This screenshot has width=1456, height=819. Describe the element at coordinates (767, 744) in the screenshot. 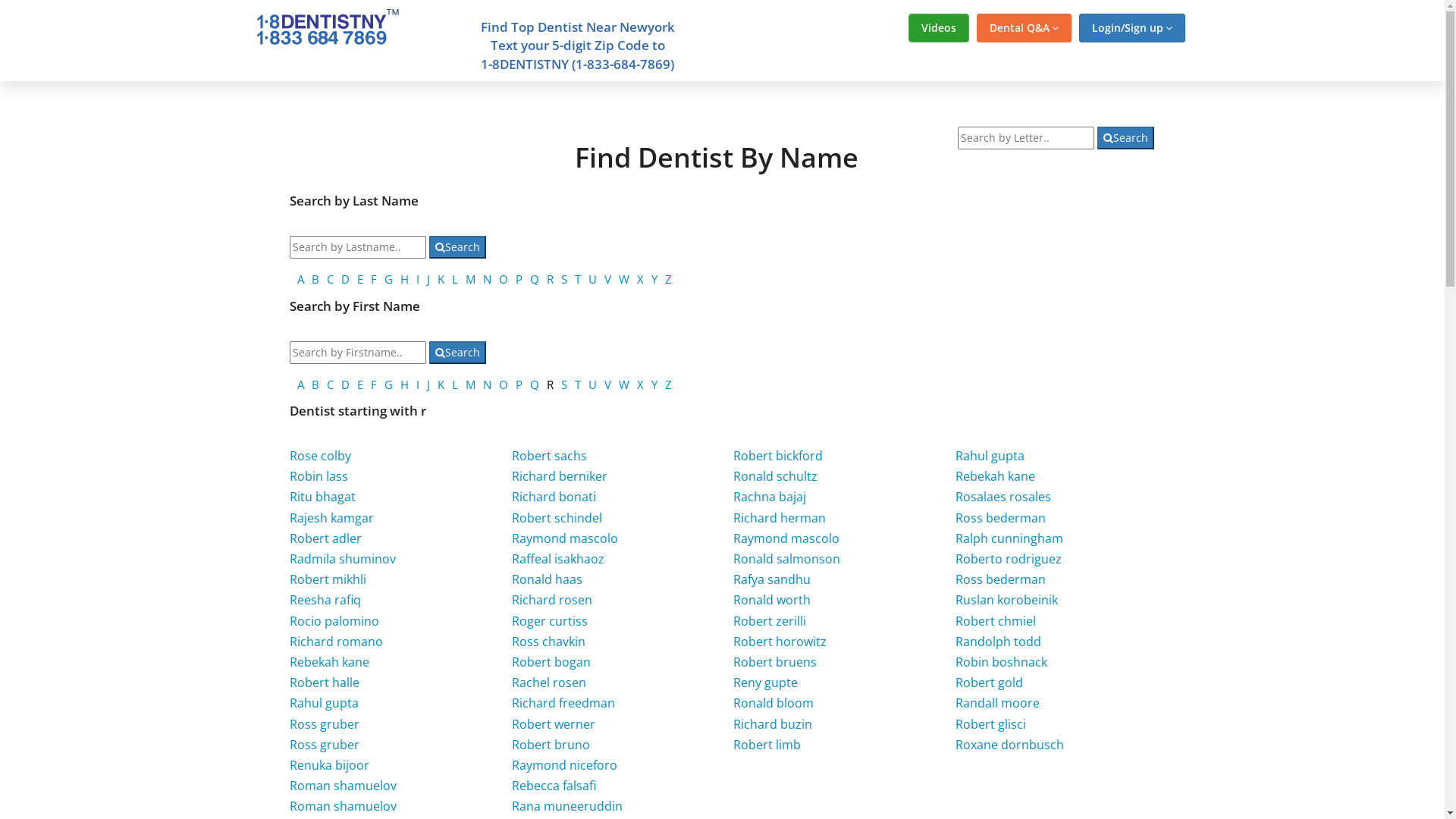

I see `'Robert limb'` at that location.